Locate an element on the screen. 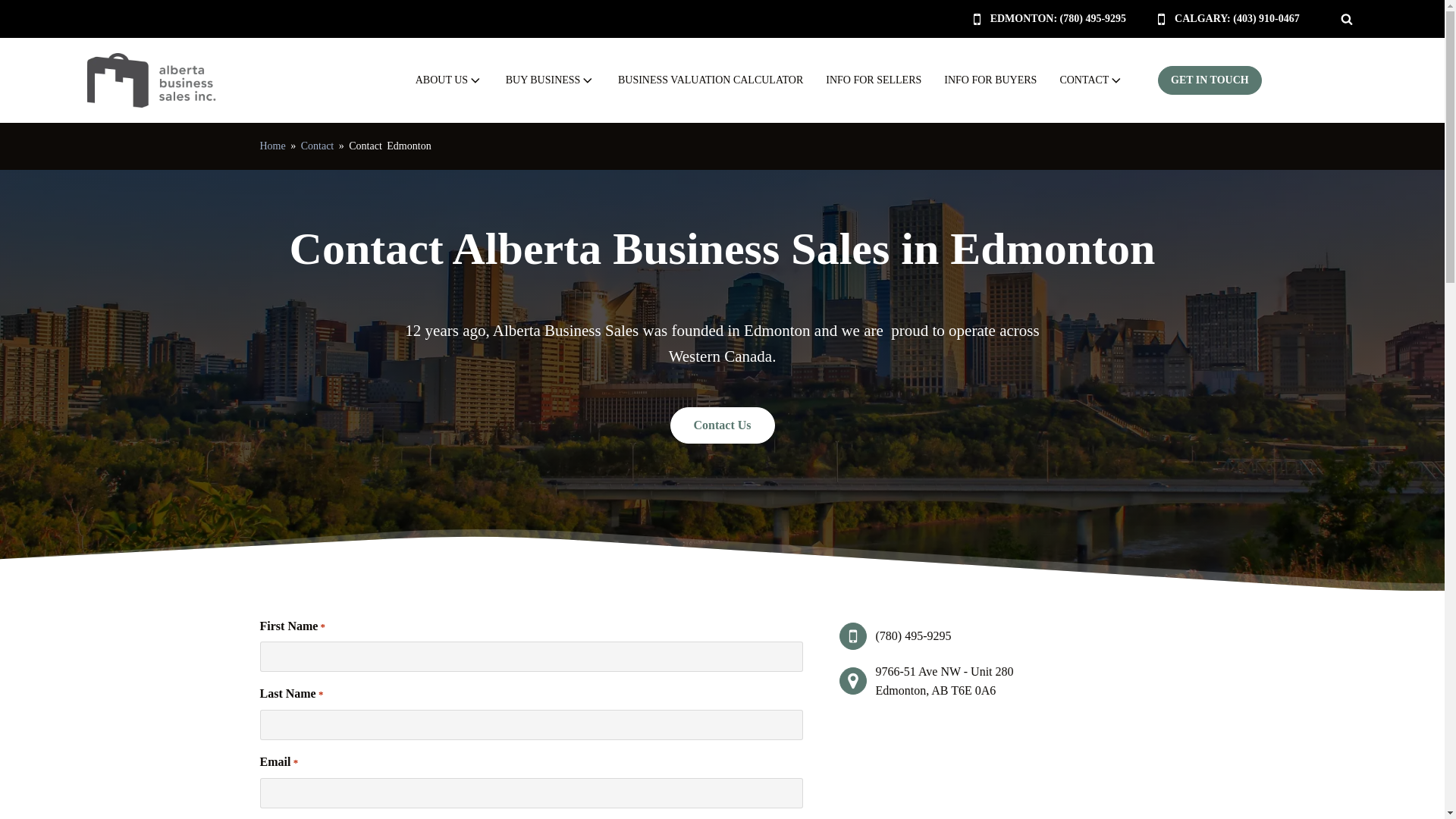  'CONTACT' is located at coordinates (1090, 80).